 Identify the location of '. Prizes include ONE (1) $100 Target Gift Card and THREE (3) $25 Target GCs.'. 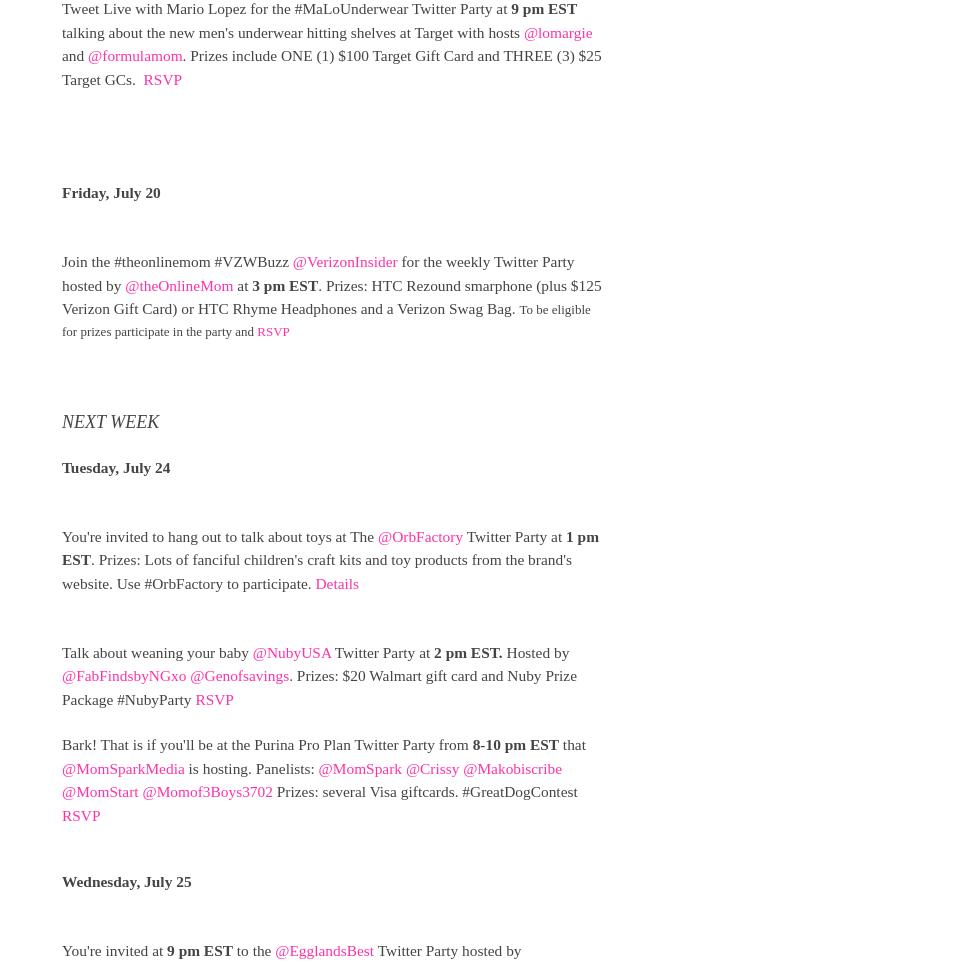
(331, 66).